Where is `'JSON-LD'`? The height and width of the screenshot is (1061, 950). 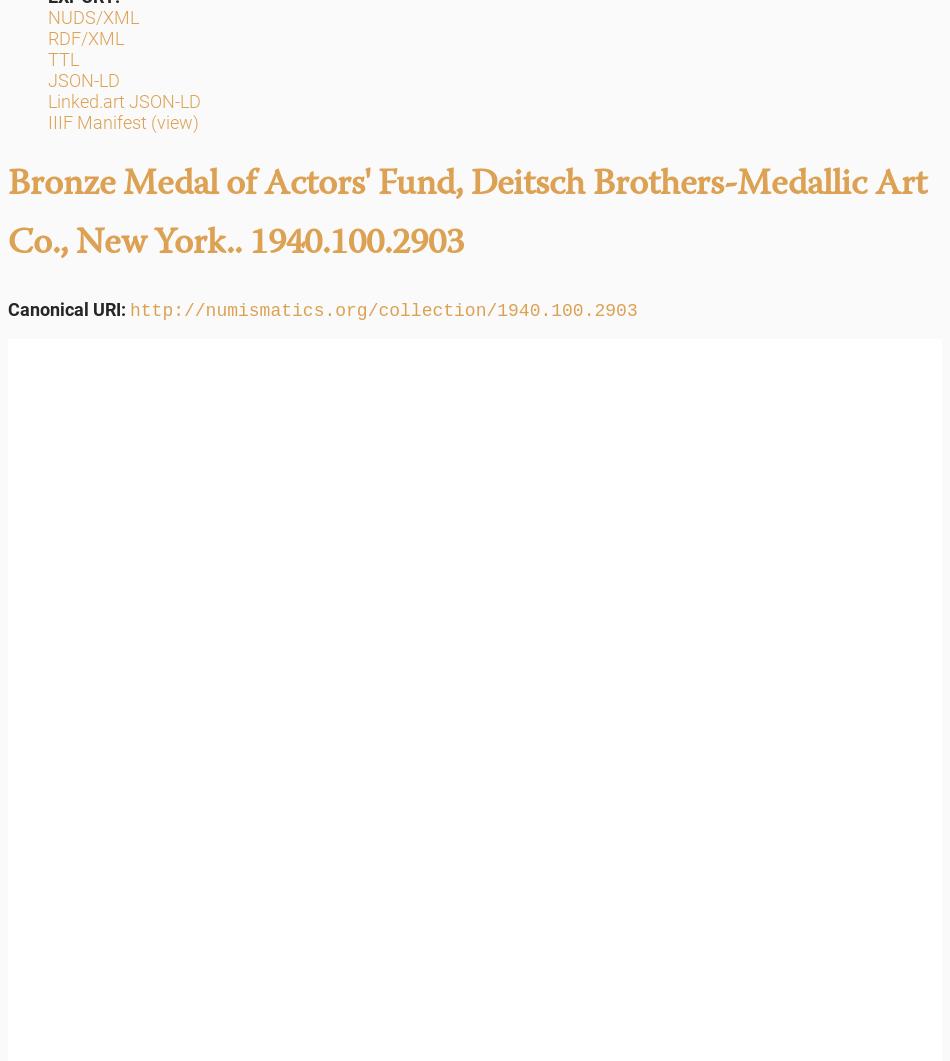
'JSON-LD' is located at coordinates (83, 80).